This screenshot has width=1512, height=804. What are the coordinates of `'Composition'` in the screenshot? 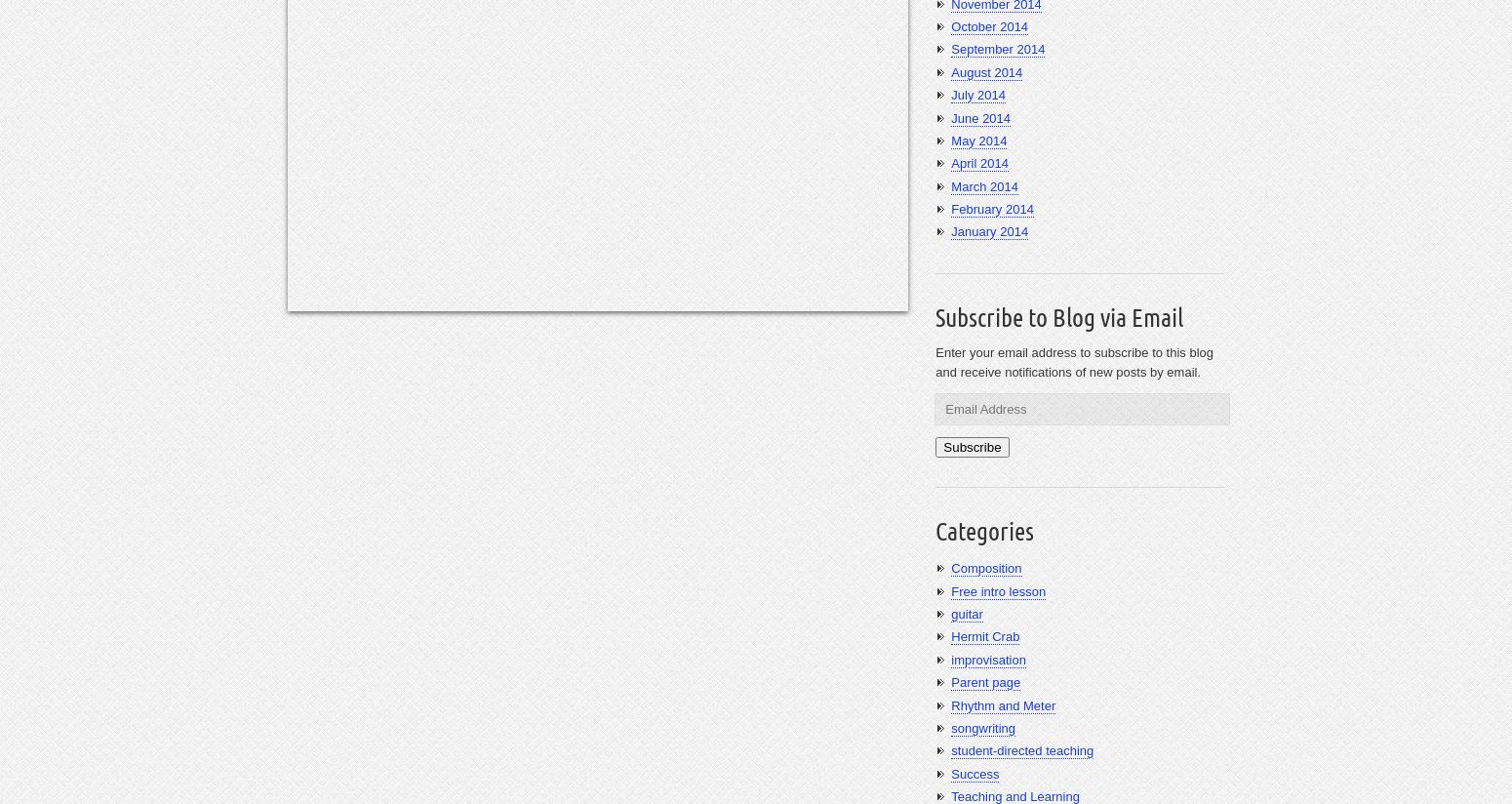 It's located at (986, 567).